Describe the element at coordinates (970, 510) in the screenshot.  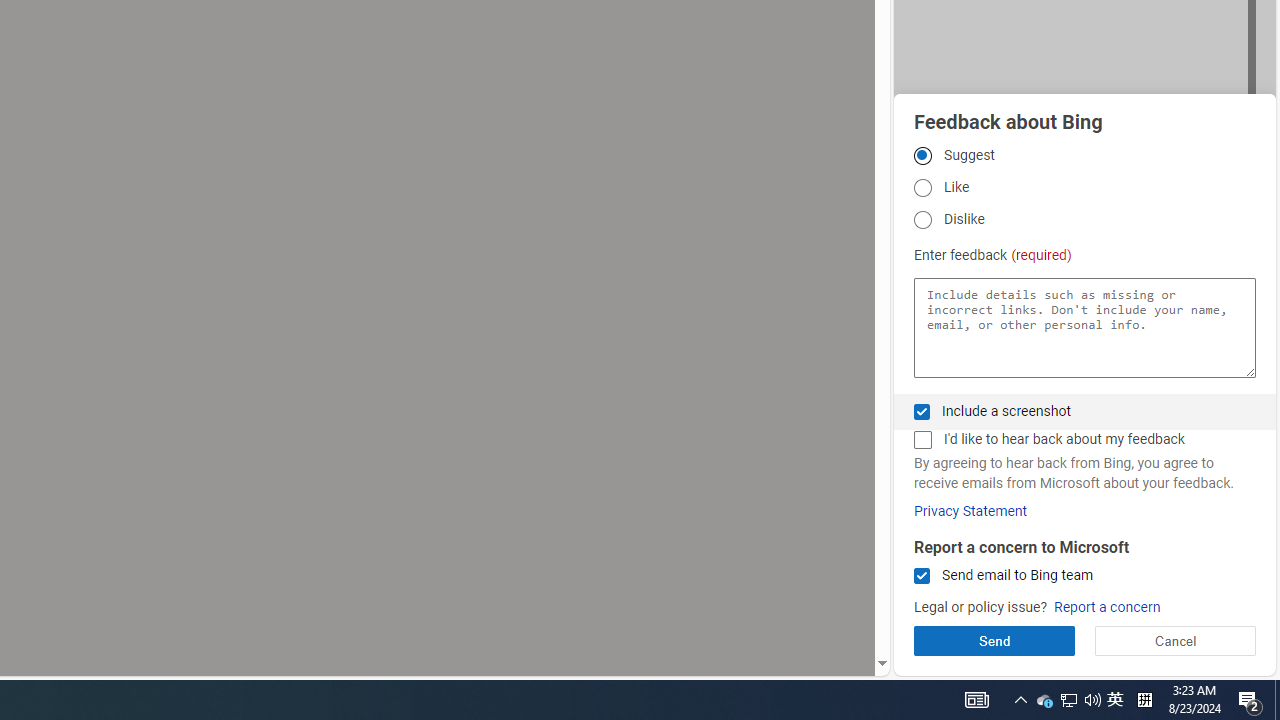
I see `'Privacy Statement'` at that location.